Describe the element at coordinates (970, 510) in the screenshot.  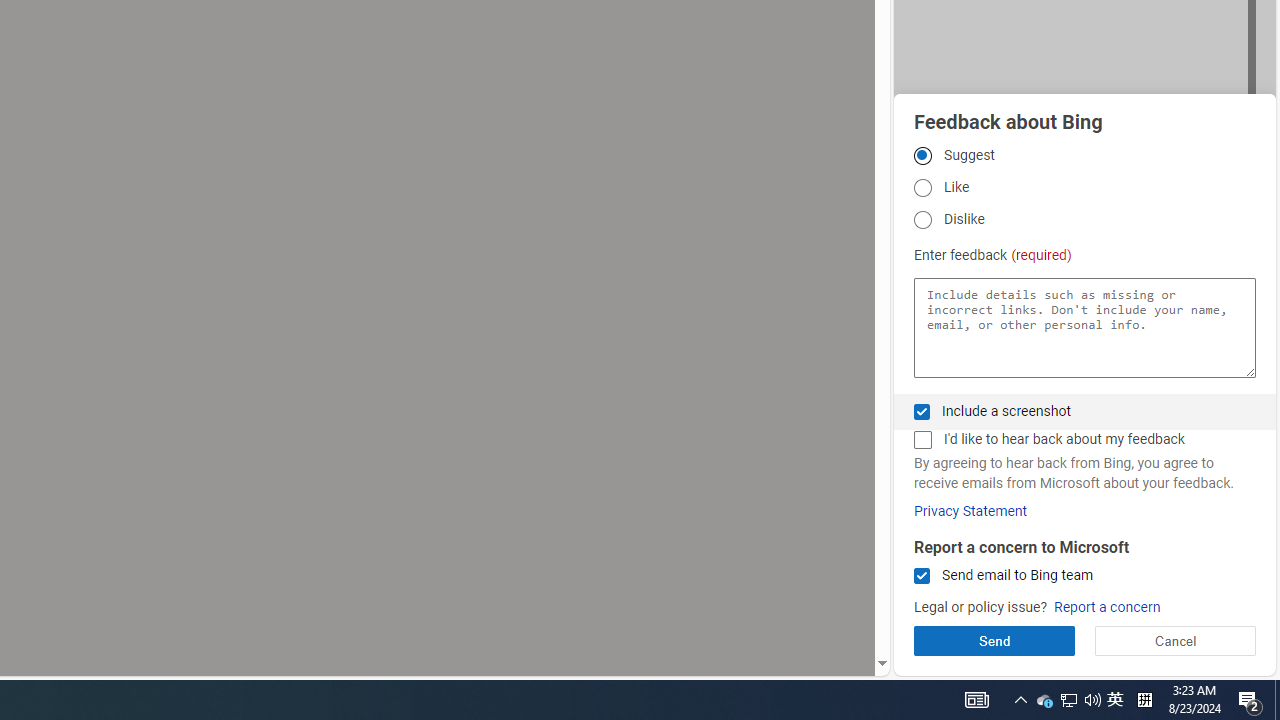
I see `'Privacy Statement'` at that location.